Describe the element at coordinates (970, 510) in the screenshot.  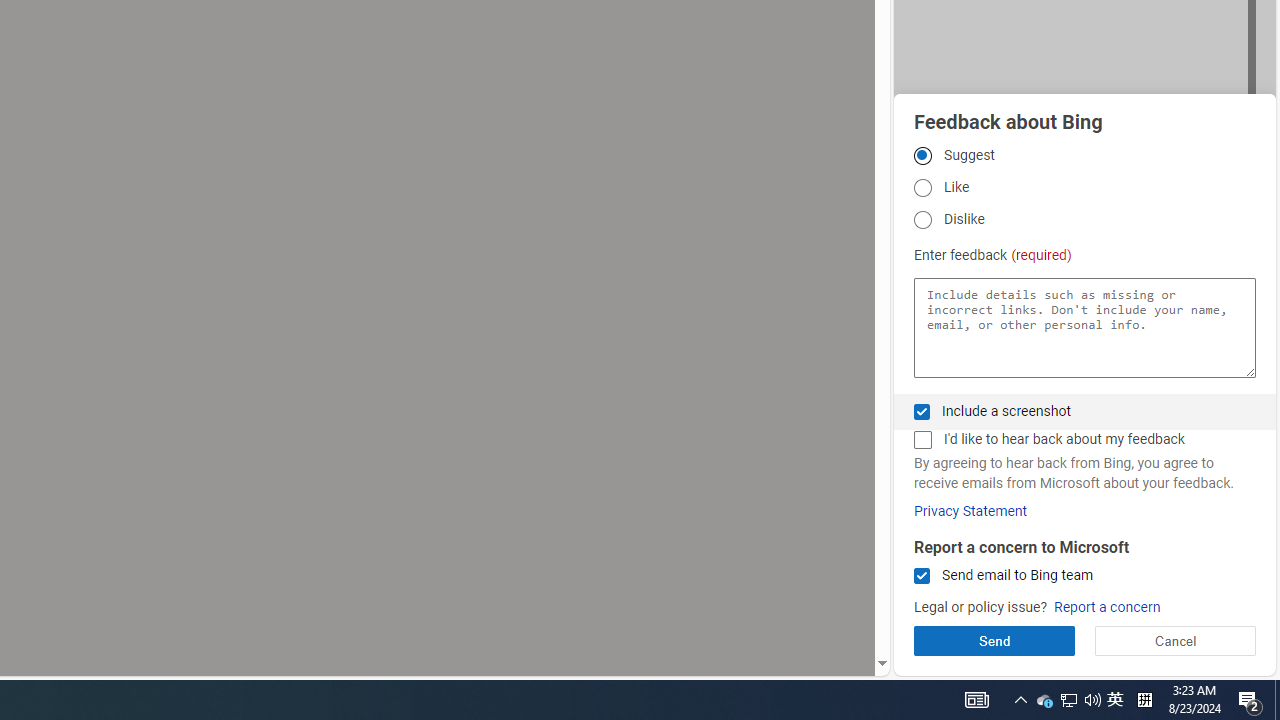
I see `'Privacy Statement'` at that location.